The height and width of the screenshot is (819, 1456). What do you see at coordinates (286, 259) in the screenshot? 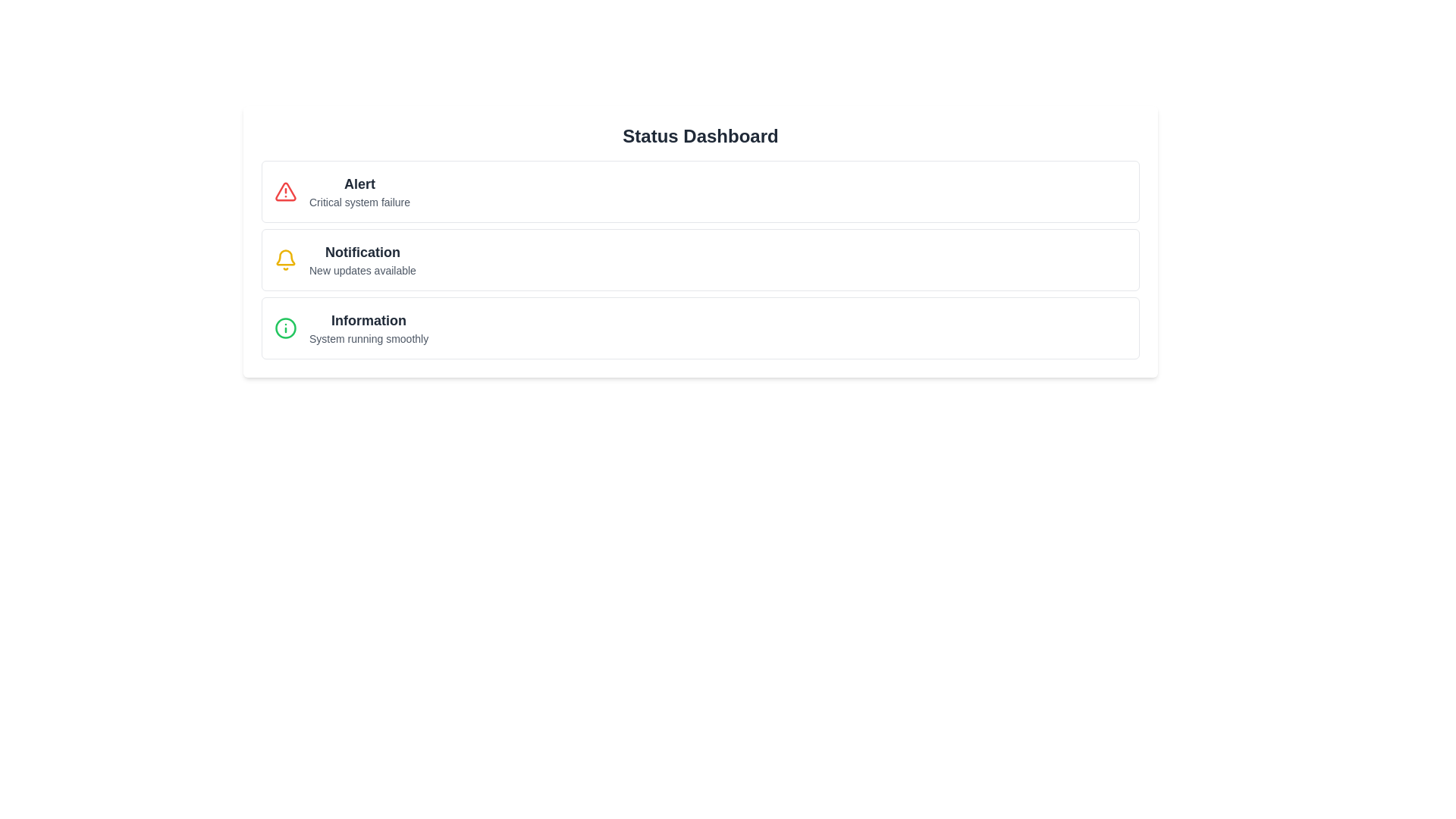
I see `the notification icon located at the top-left corner of the notification section, which indicates the presence of updates` at bounding box center [286, 259].